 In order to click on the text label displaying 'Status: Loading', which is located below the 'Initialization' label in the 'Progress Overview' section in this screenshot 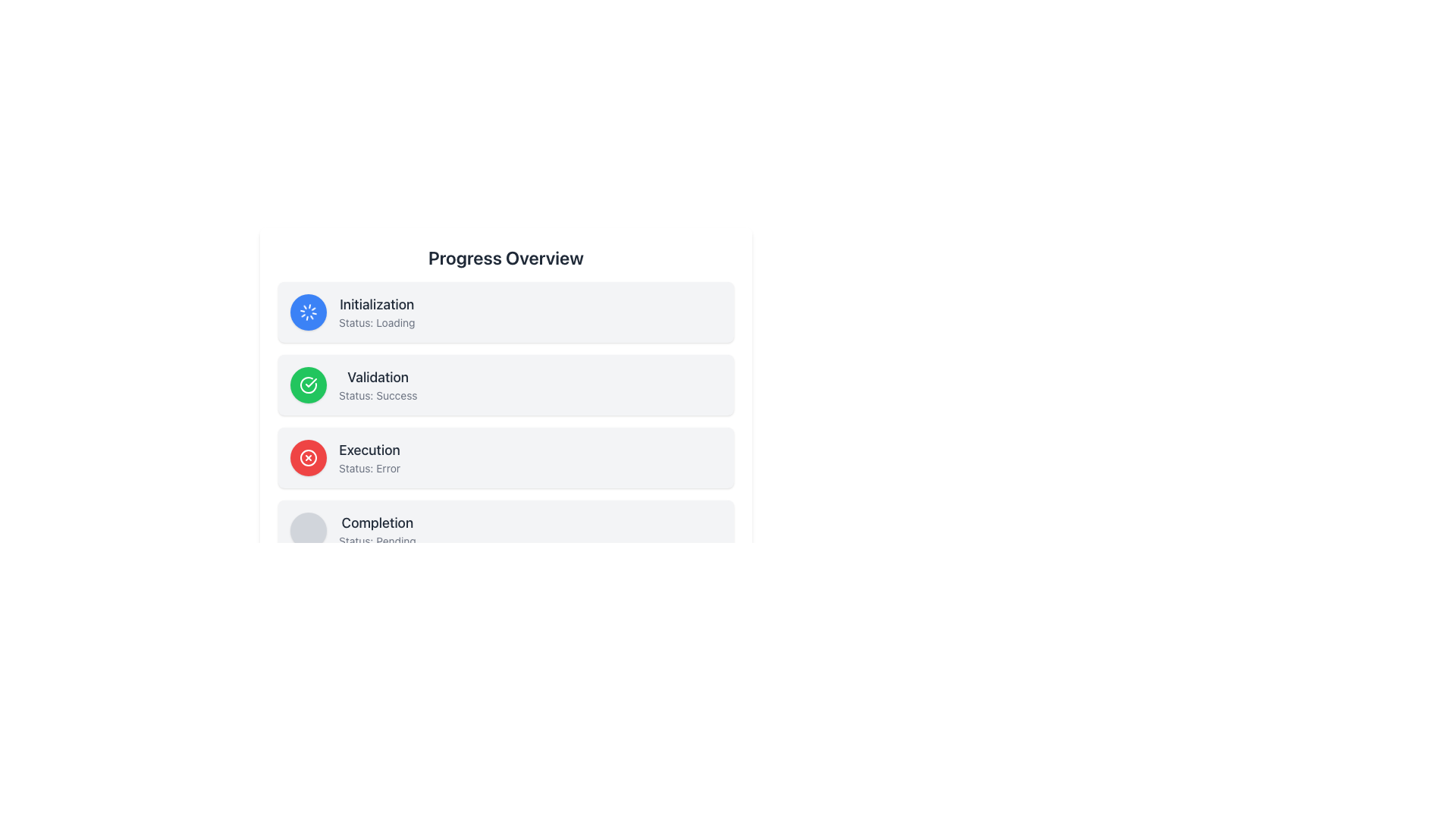, I will do `click(377, 322)`.